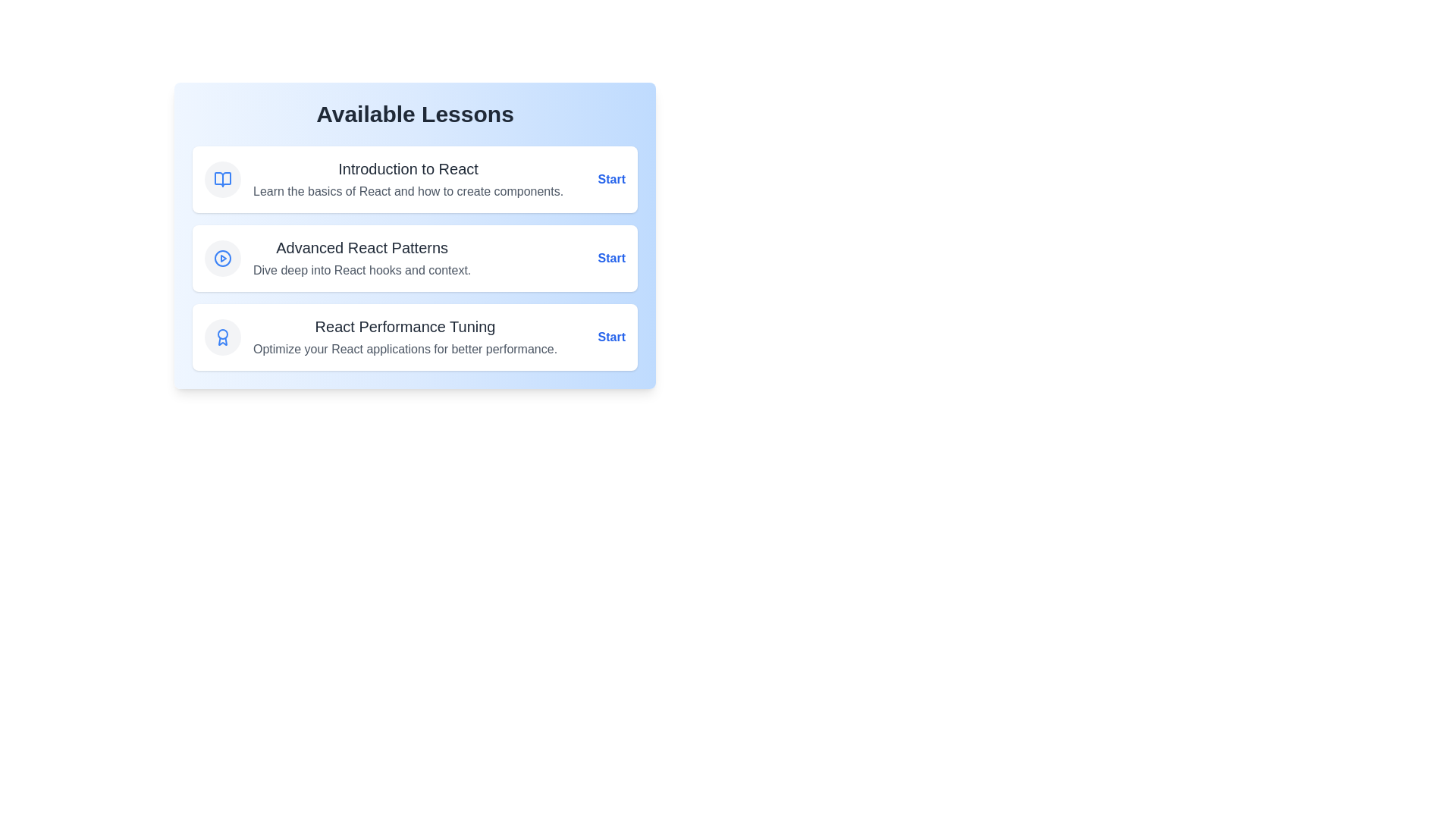  Describe the element at coordinates (611, 336) in the screenshot. I see `the 'Start' link for the lesson titled React Performance Tuning` at that location.